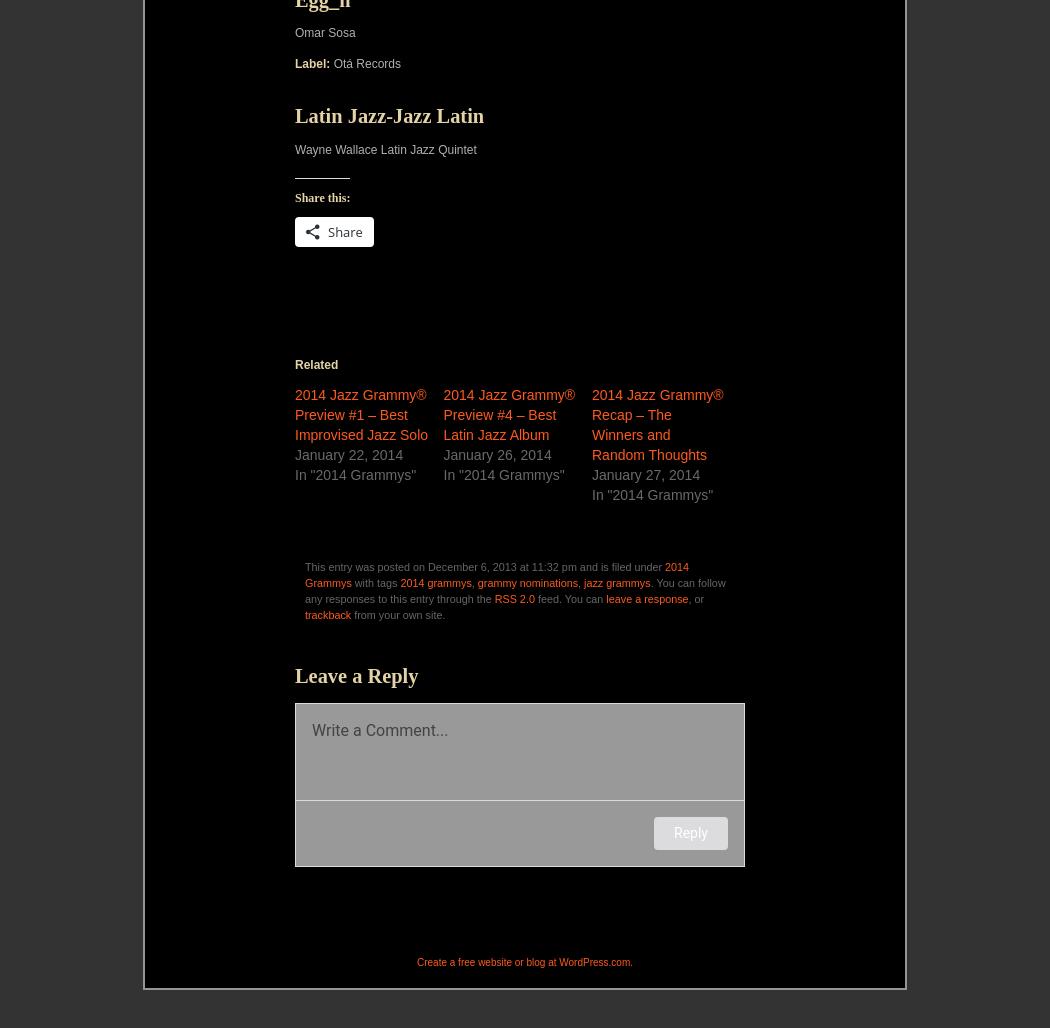 The image size is (1050, 1028). I want to click on 'Label:', so click(312, 64).